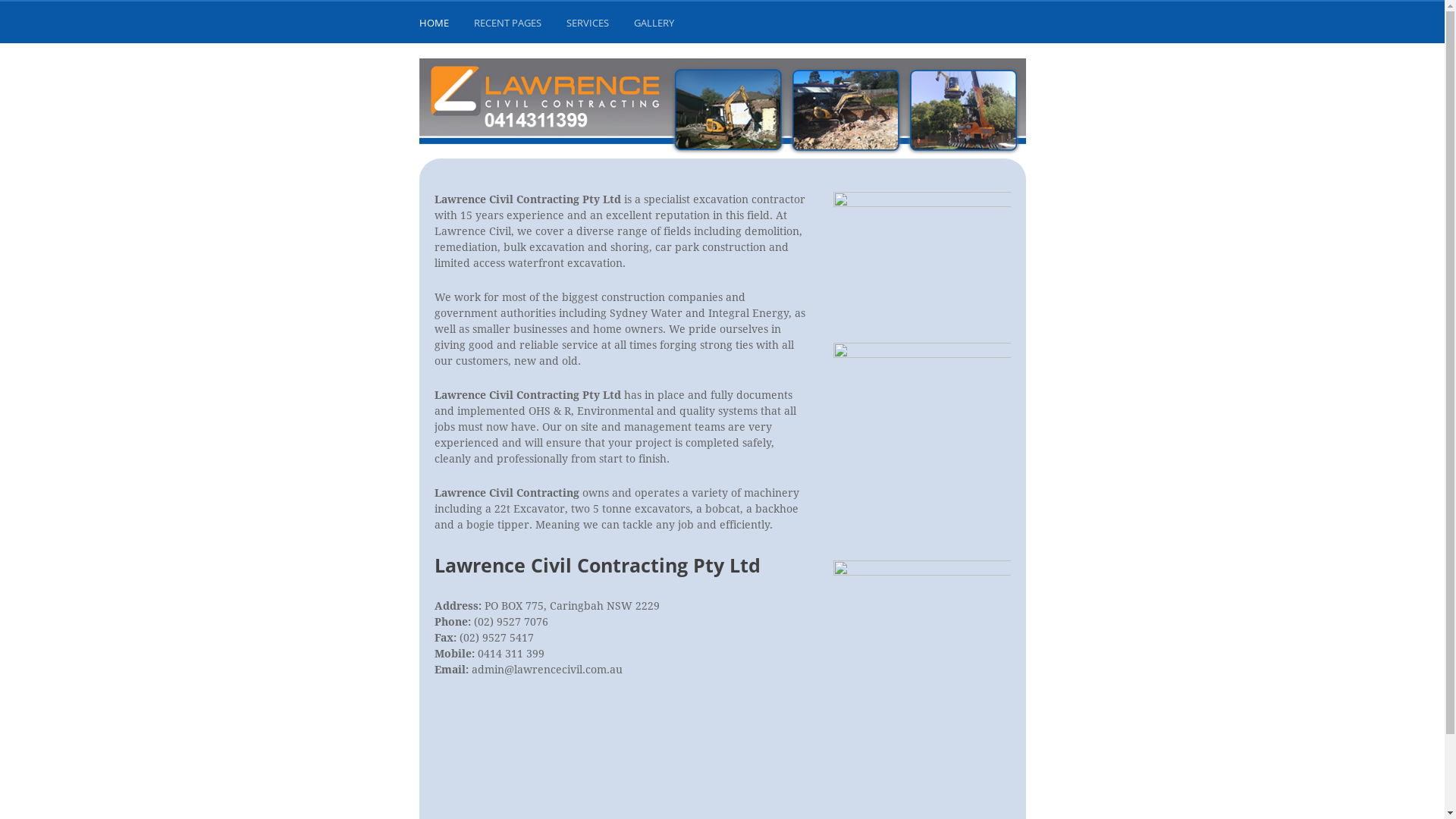  What do you see at coordinates (655, 26) in the screenshot?
I see `'GALLERY'` at bounding box center [655, 26].